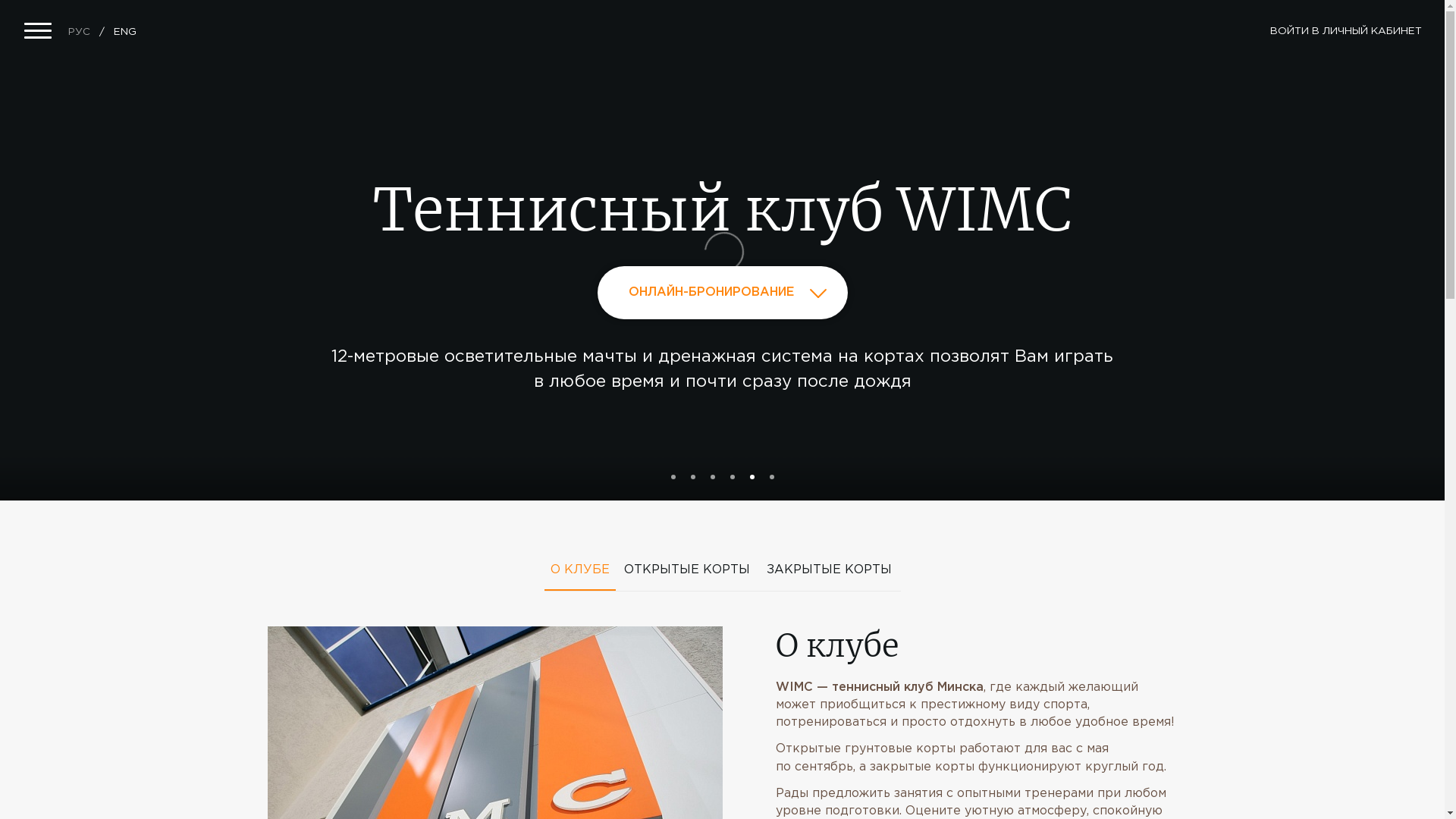 This screenshot has height=819, width=1456. Describe the element at coordinates (1254, 256) in the screenshot. I see `'Next'` at that location.